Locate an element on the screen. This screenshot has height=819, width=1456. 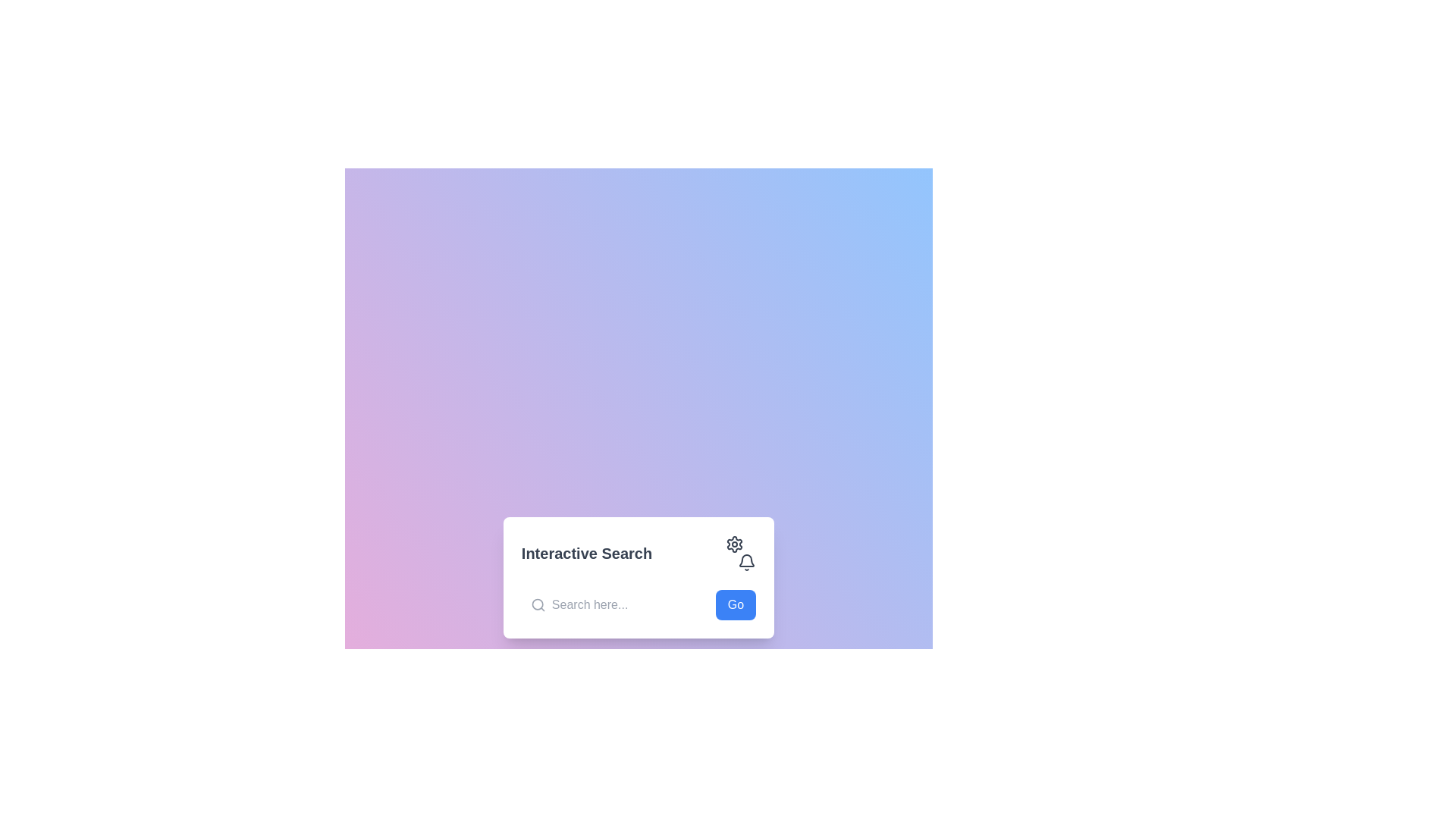
the search submit button located to the far right of the search input box to observe the color change is located at coordinates (736, 604).